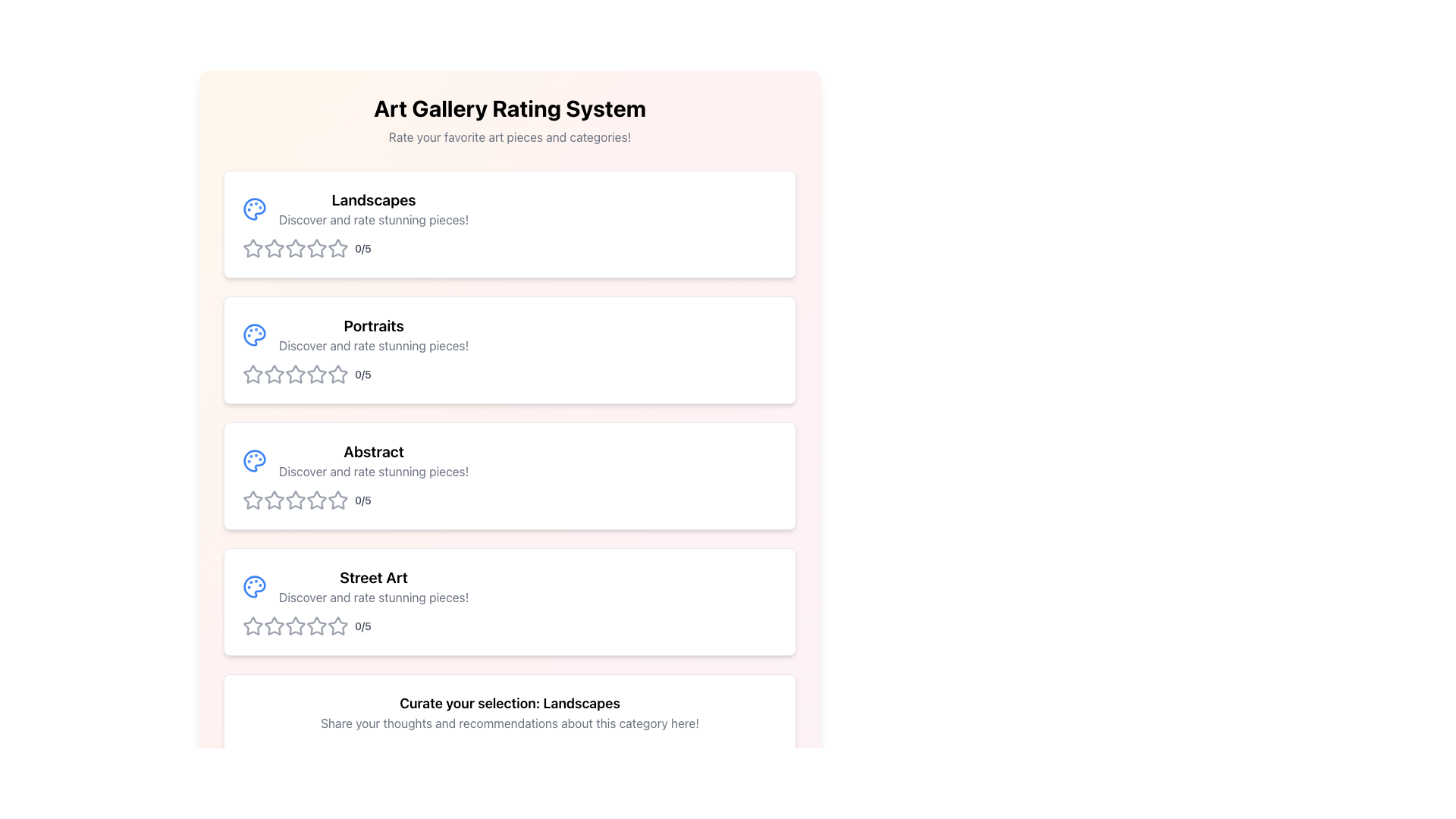 The image size is (1456, 819). Describe the element at coordinates (337, 626) in the screenshot. I see `the fifth star icon for adjusting the rating under the 'Street Art' header` at that location.